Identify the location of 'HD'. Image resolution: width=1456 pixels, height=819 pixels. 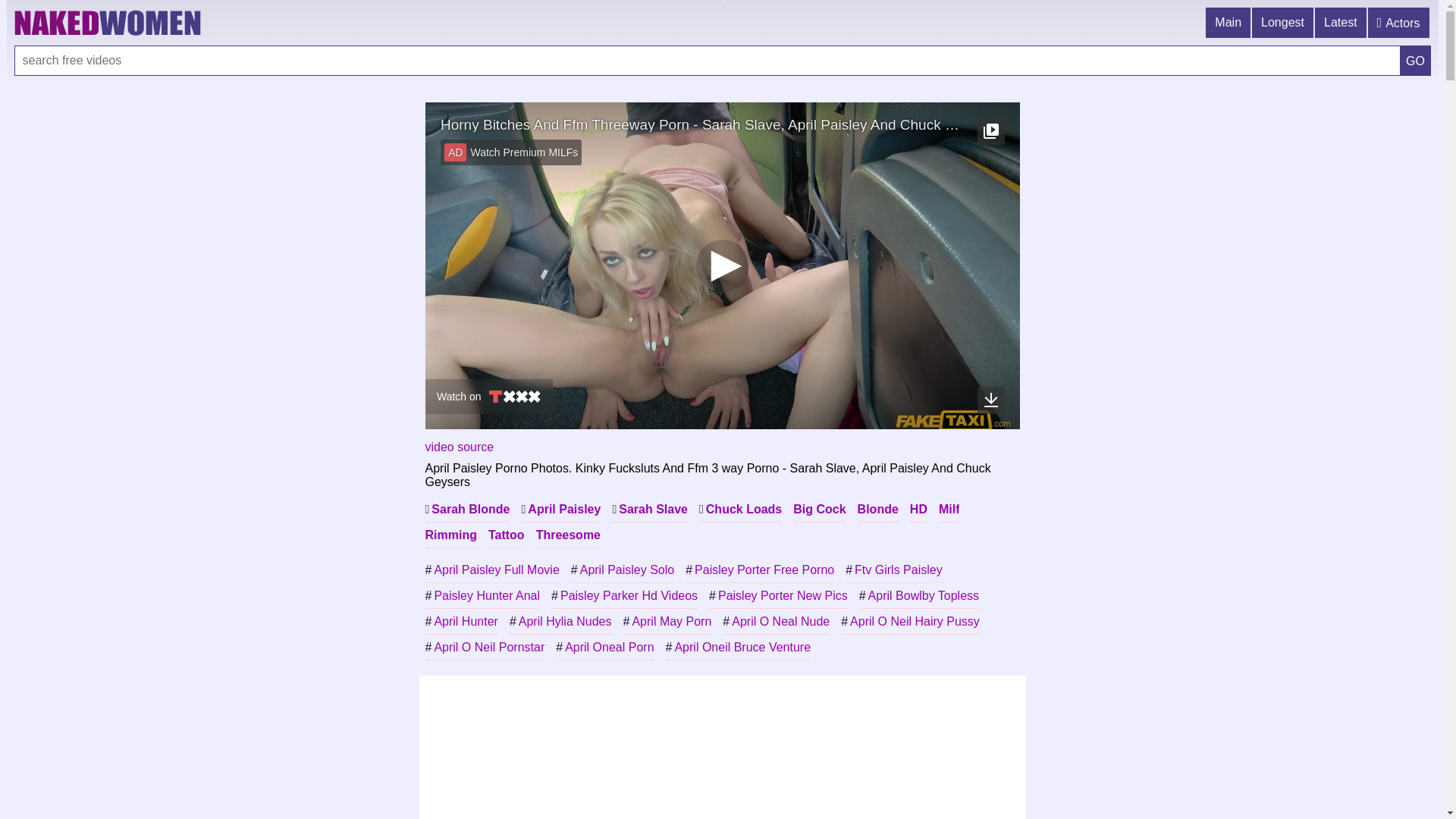
(918, 509).